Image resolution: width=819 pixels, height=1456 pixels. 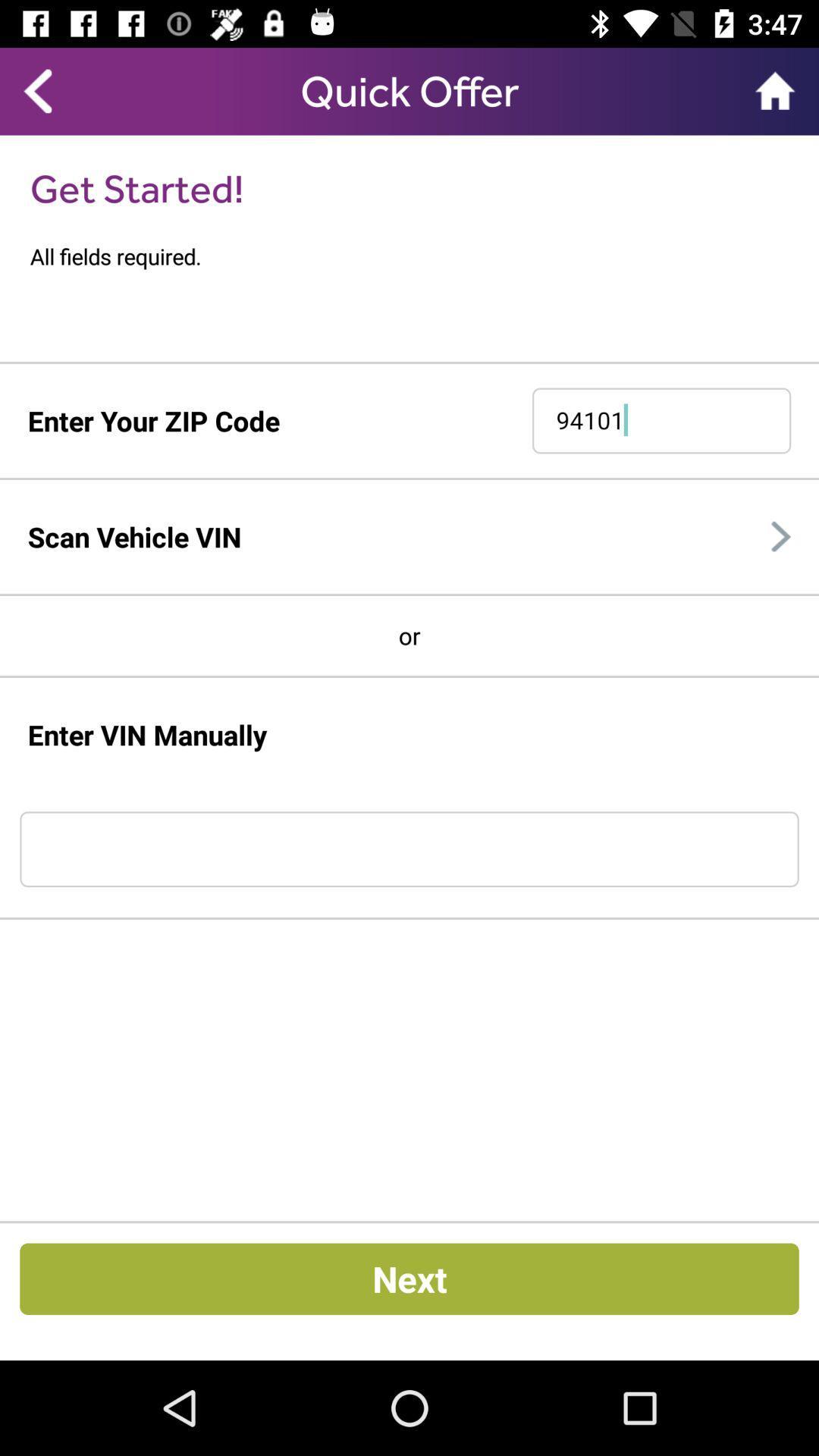 What do you see at coordinates (409, 635) in the screenshot?
I see `or item` at bounding box center [409, 635].